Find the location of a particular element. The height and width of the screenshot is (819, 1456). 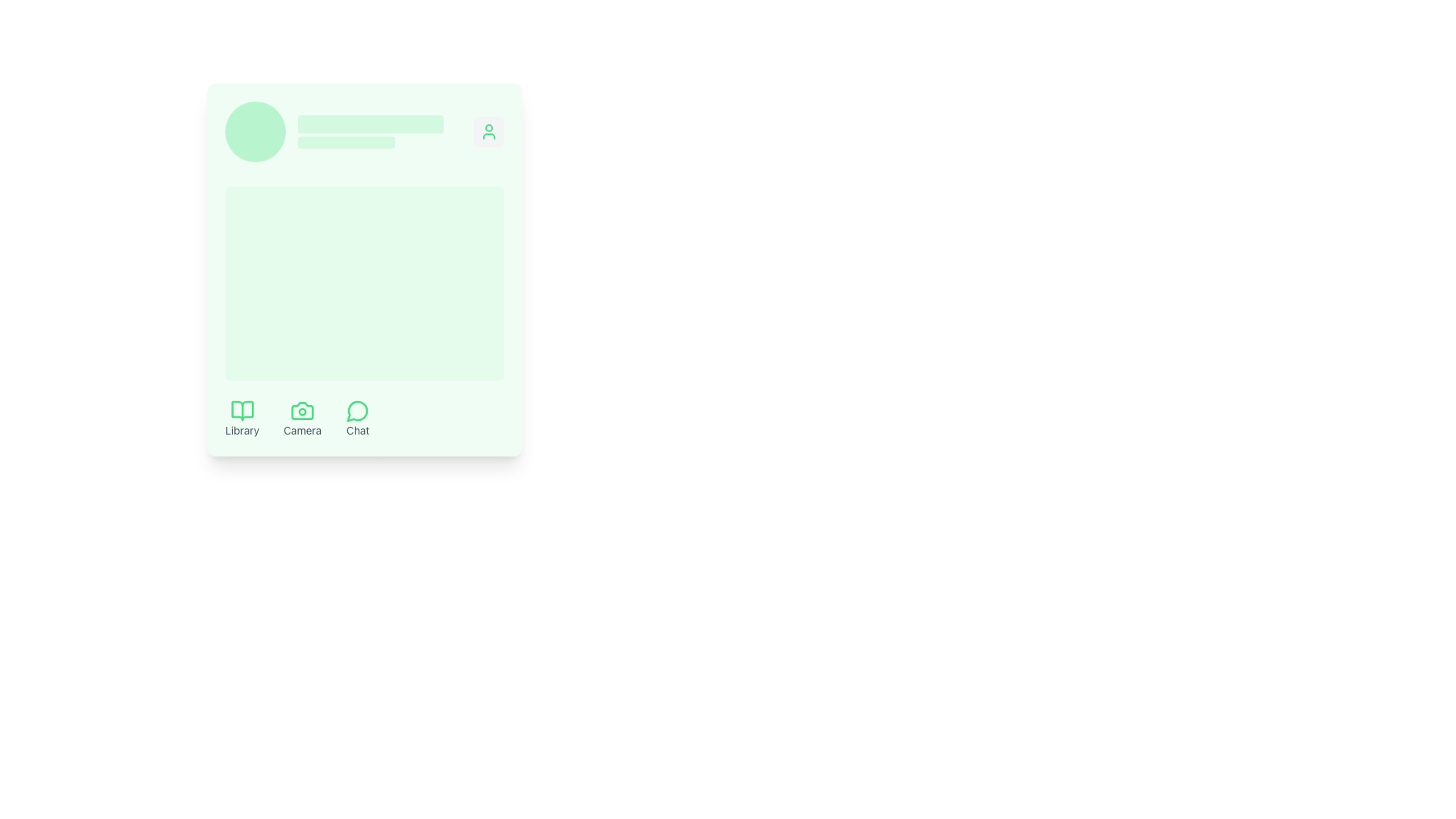

the camera icon, which is the second icon in the bottom navigation bar is located at coordinates (302, 411).